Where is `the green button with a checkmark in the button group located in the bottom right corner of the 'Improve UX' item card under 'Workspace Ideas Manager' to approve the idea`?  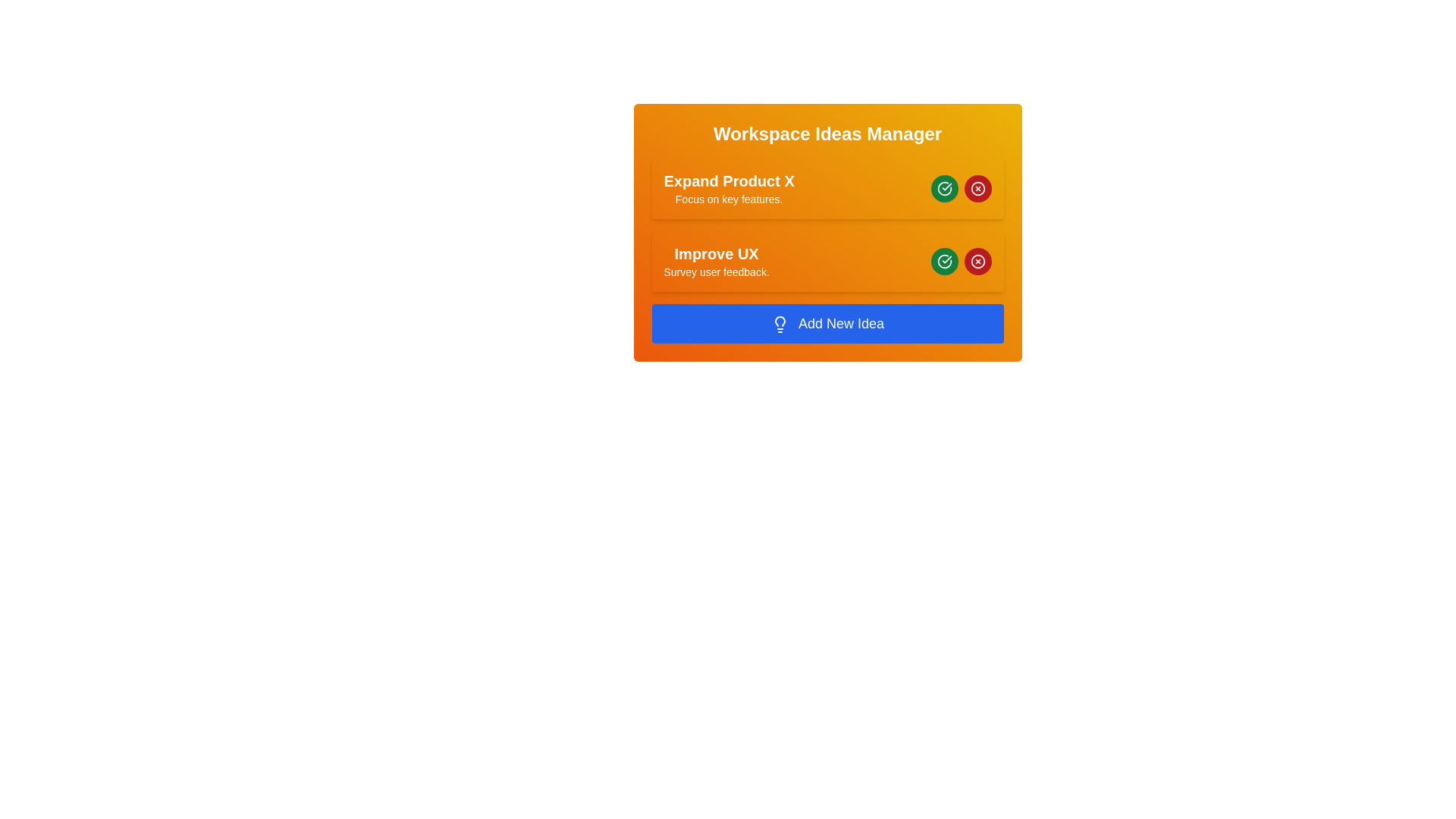 the green button with a checkmark in the button group located in the bottom right corner of the 'Improve UX' item card under 'Workspace Ideas Manager' to approve the idea is located at coordinates (960, 260).